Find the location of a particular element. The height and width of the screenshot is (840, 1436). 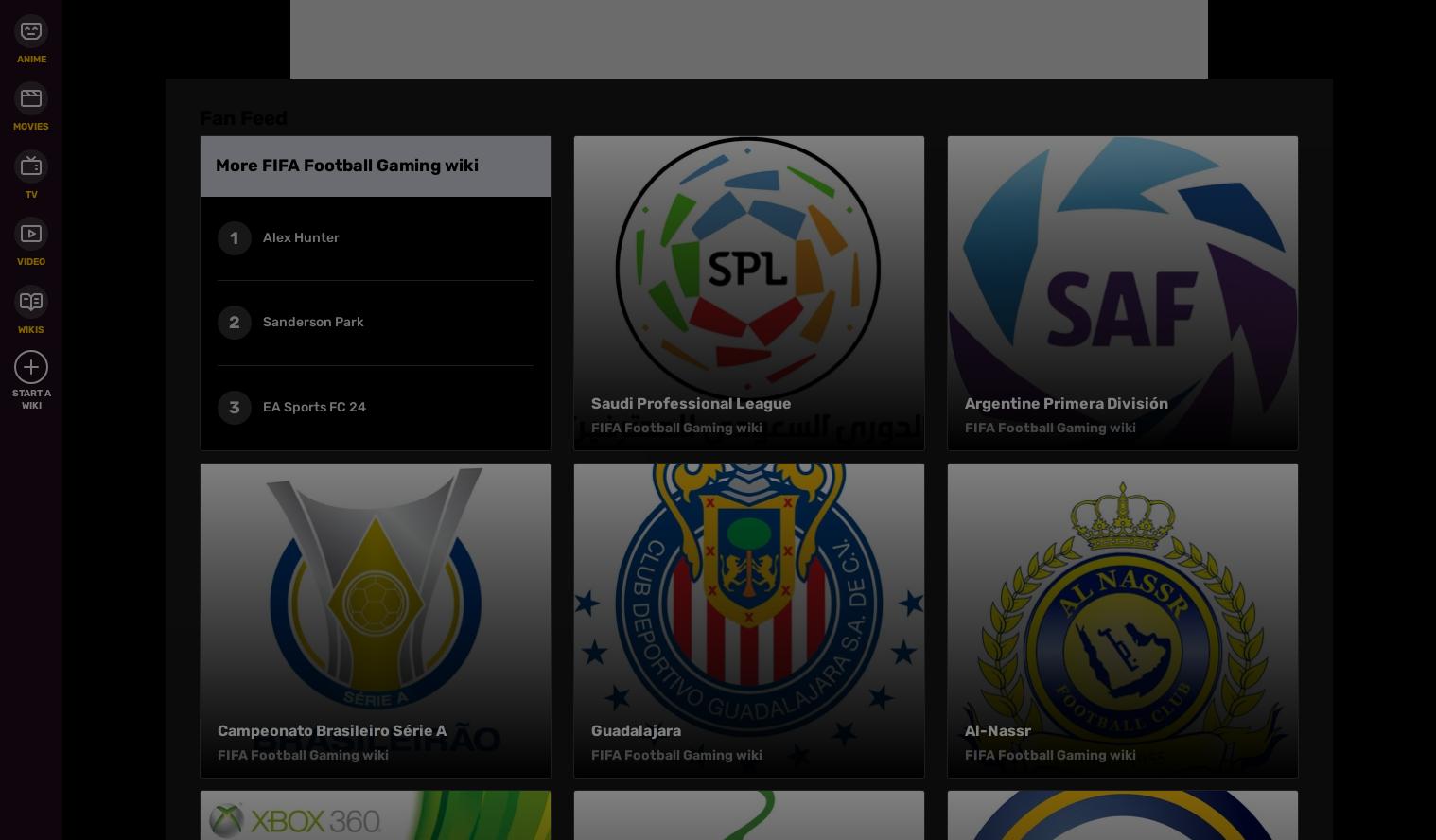

'Local Sitemap' is located at coordinates (563, 127).